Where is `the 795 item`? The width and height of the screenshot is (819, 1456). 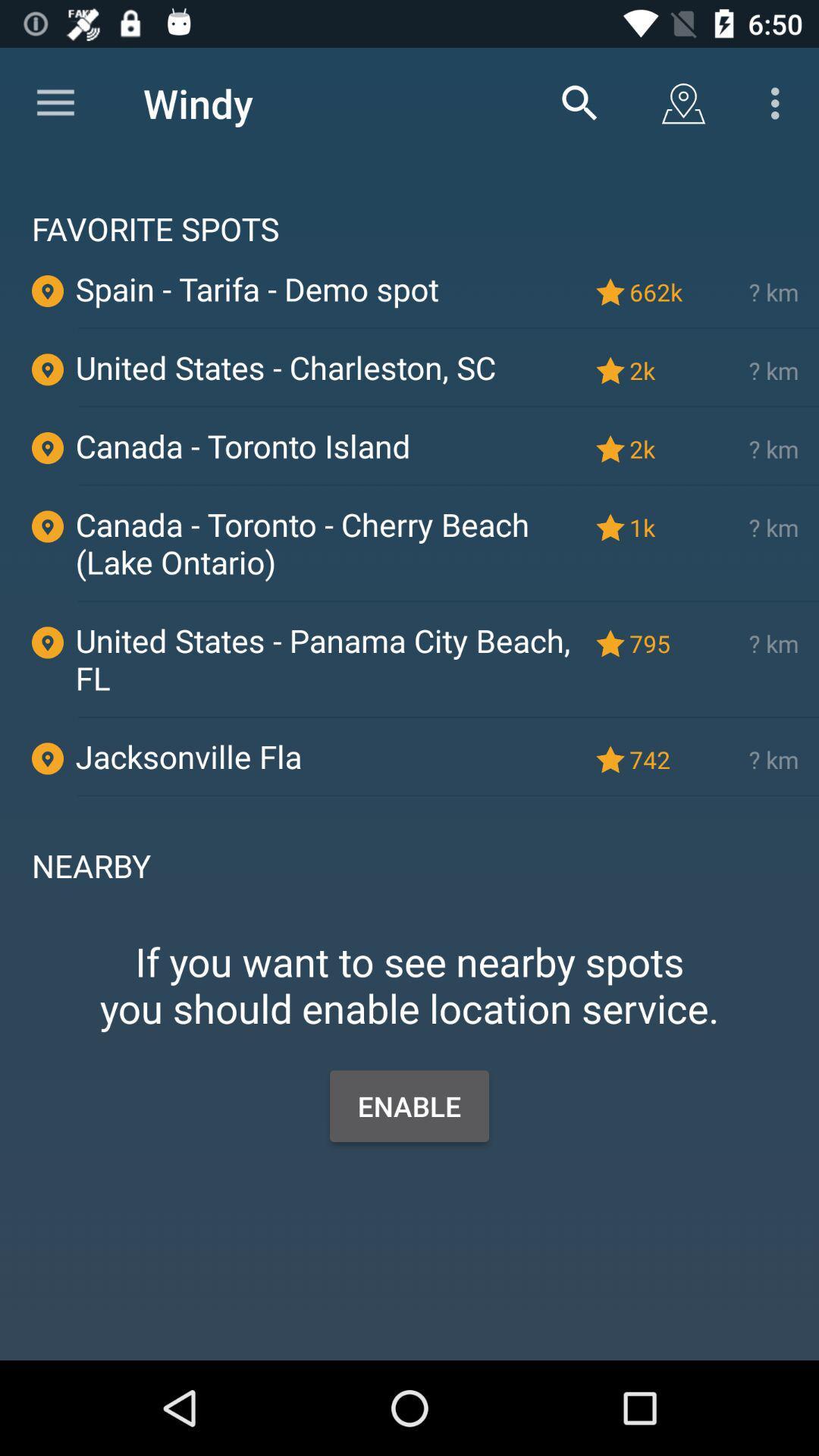 the 795 item is located at coordinates (658, 643).